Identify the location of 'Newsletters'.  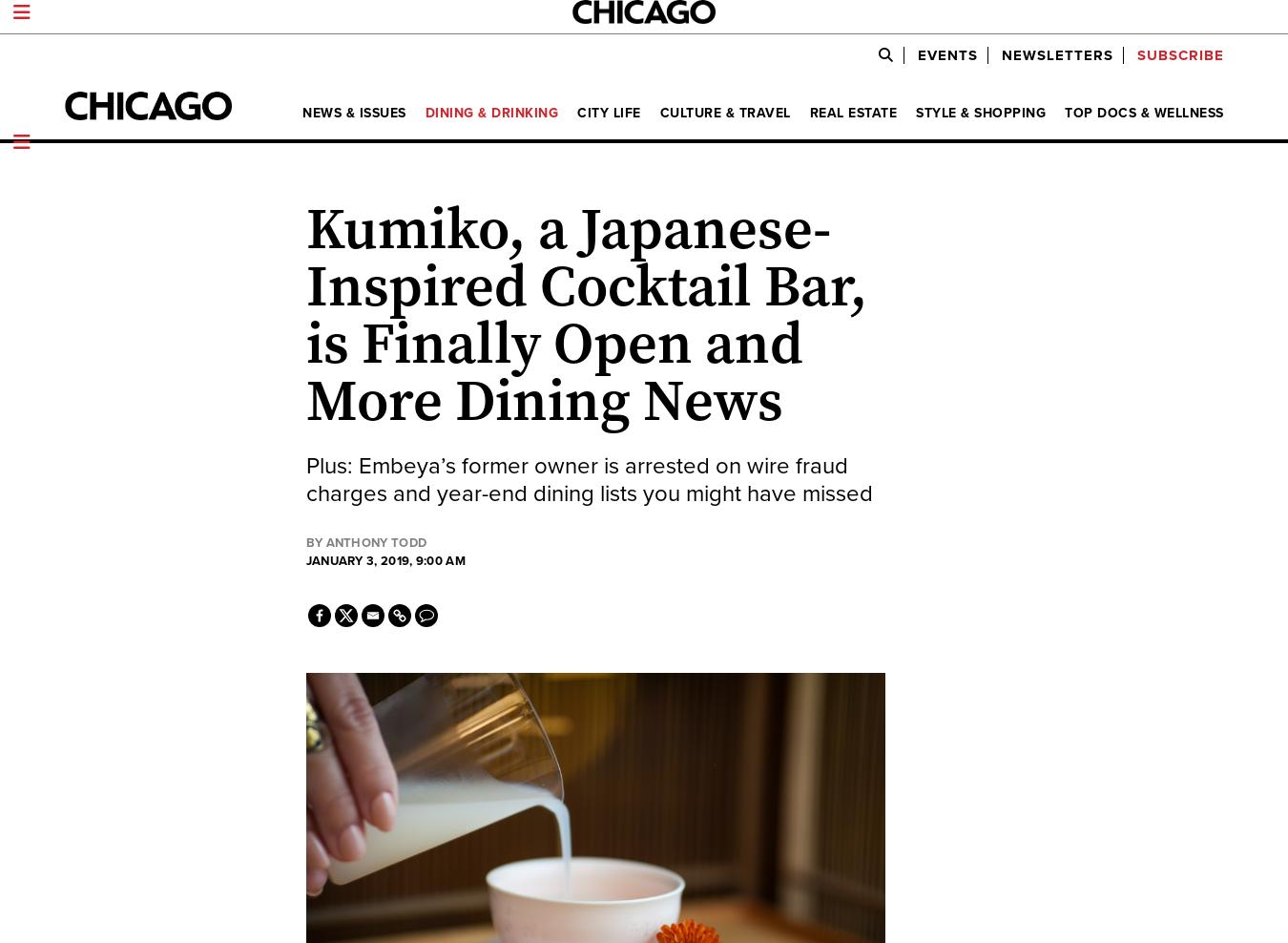
(1056, 53).